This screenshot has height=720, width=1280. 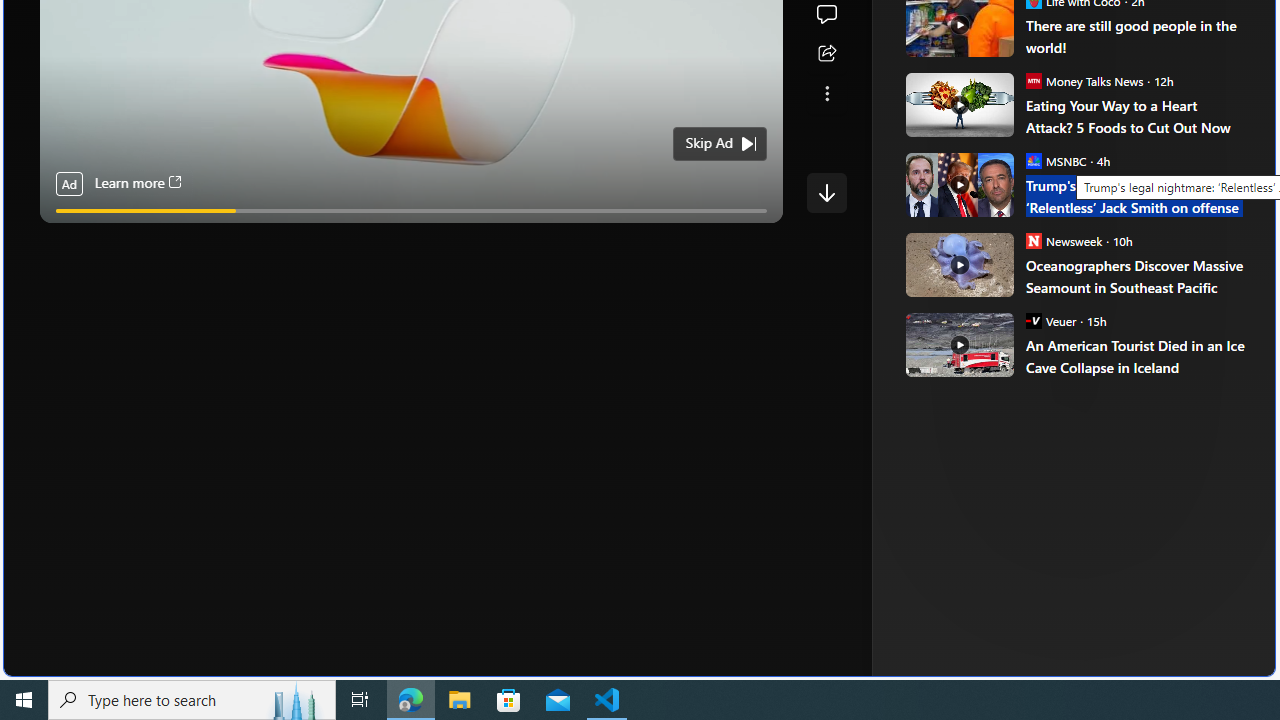 What do you see at coordinates (1033, 159) in the screenshot?
I see `'MSNBC'` at bounding box center [1033, 159].